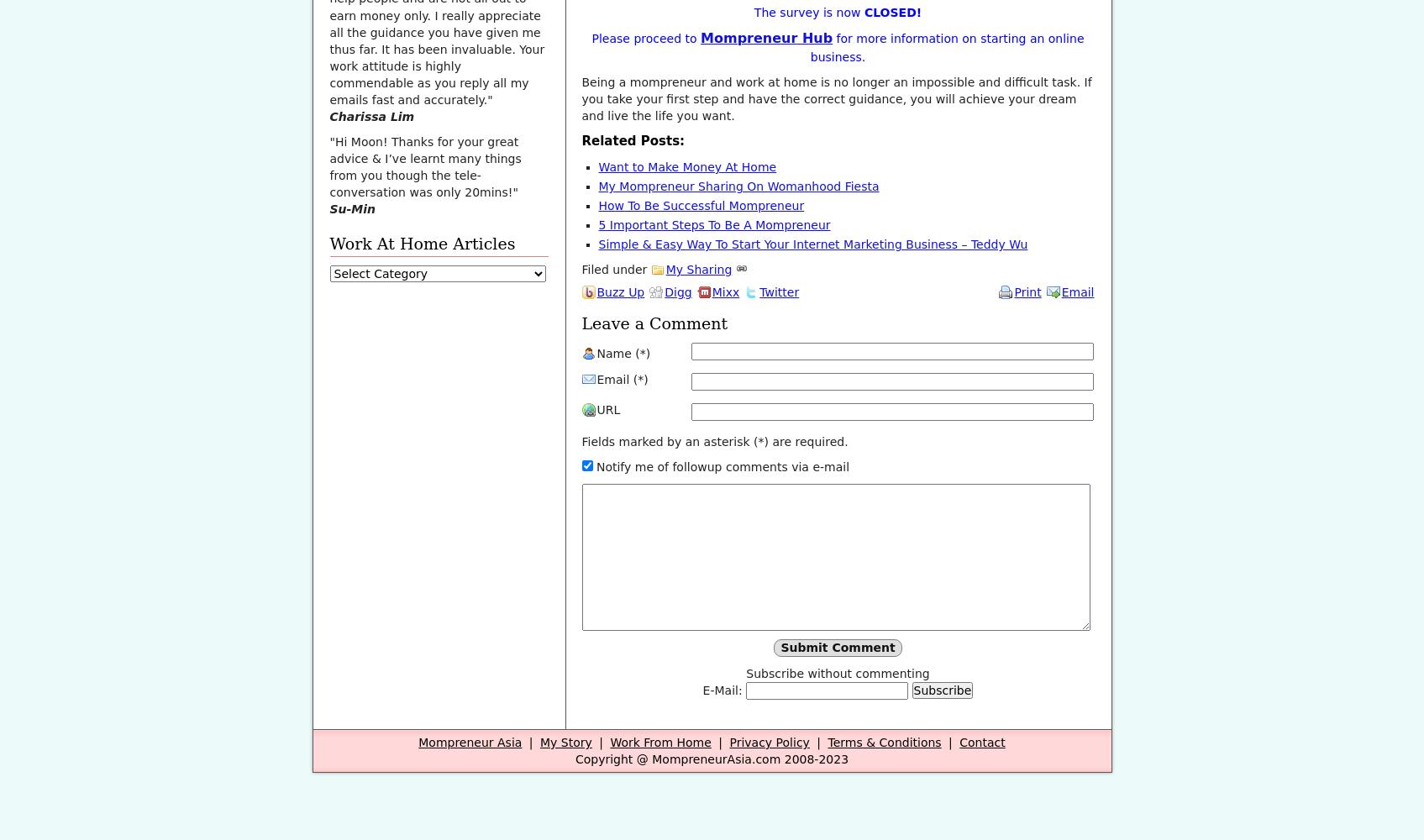 Image resolution: width=1424 pixels, height=840 pixels. What do you see at coordinates (632, 140) in the screenshot?
I see `'Related Posts:'` at bounding box center [632, 140].